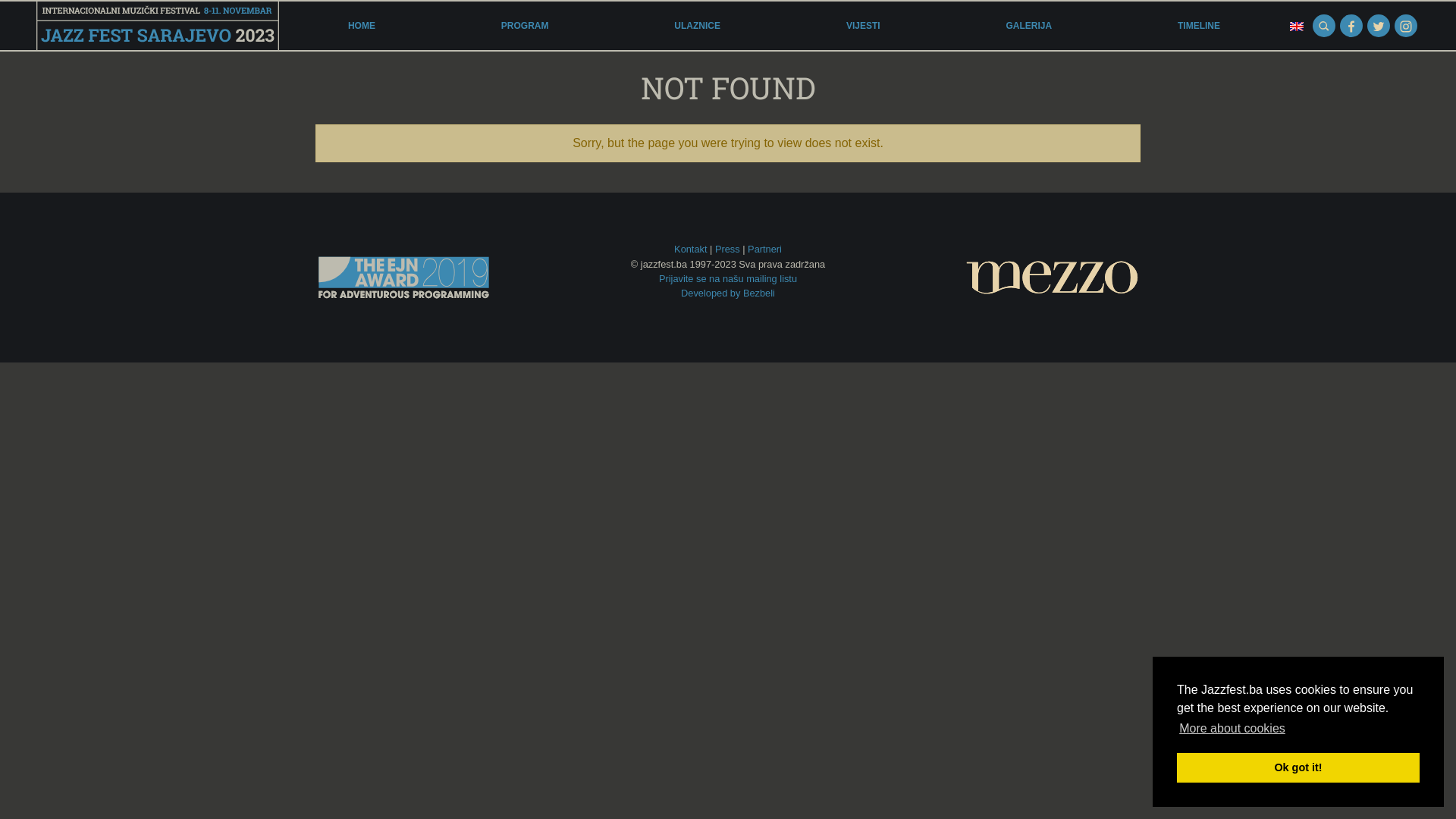 Image resolution: width=1456 pixels, height=819 pixels. Describe the element at coordinates (747, 248) in the screenshot. I see `'Partneri'` at that location.